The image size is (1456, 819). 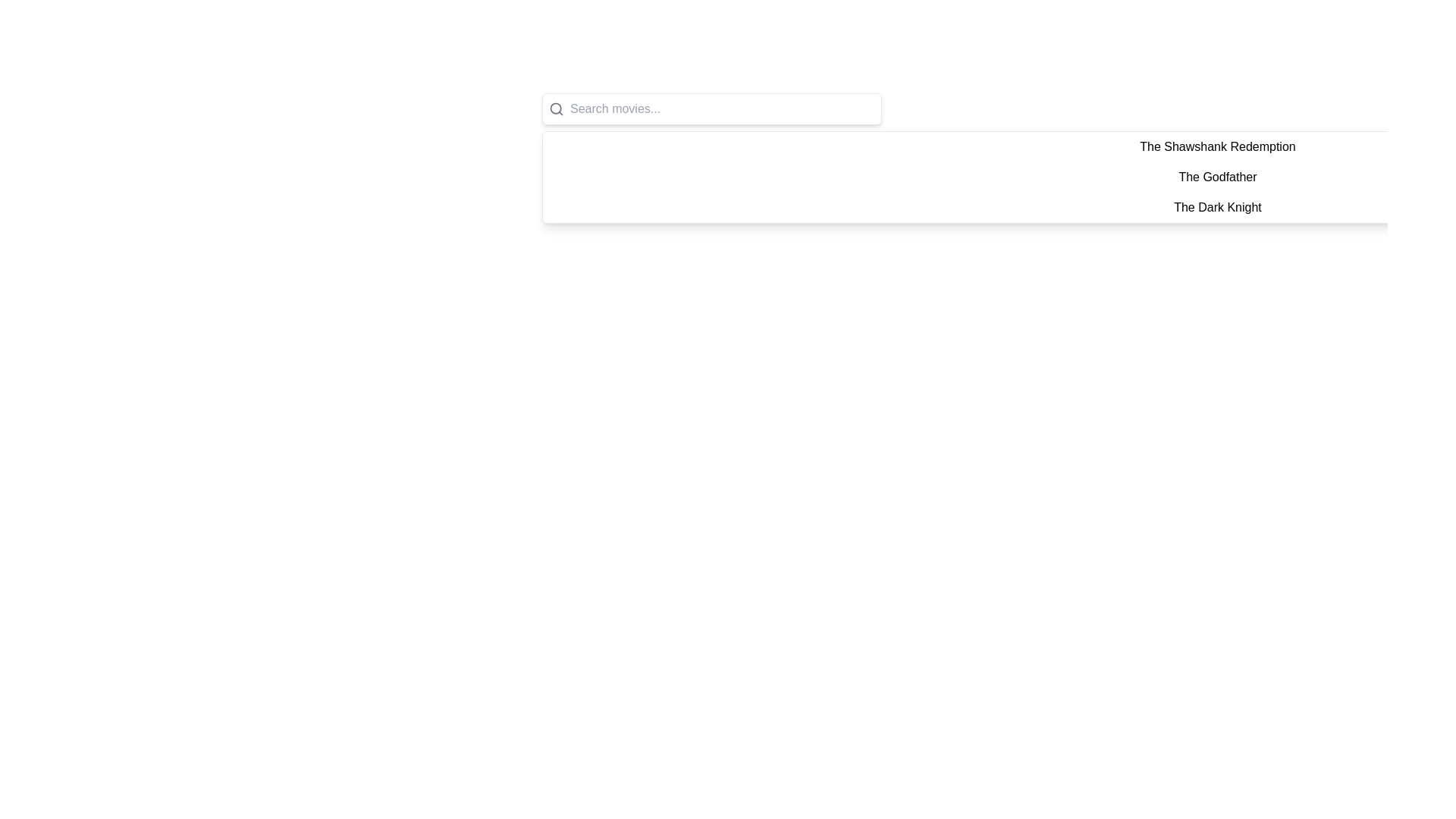 What do you see at coordinates (556, 108) in the screenshot?
I see `the gray magnifying glass icon located on the leftmost side of the search bar, which has a placeholder text stating 'Search movies...'` at bounding box center [556, 108].